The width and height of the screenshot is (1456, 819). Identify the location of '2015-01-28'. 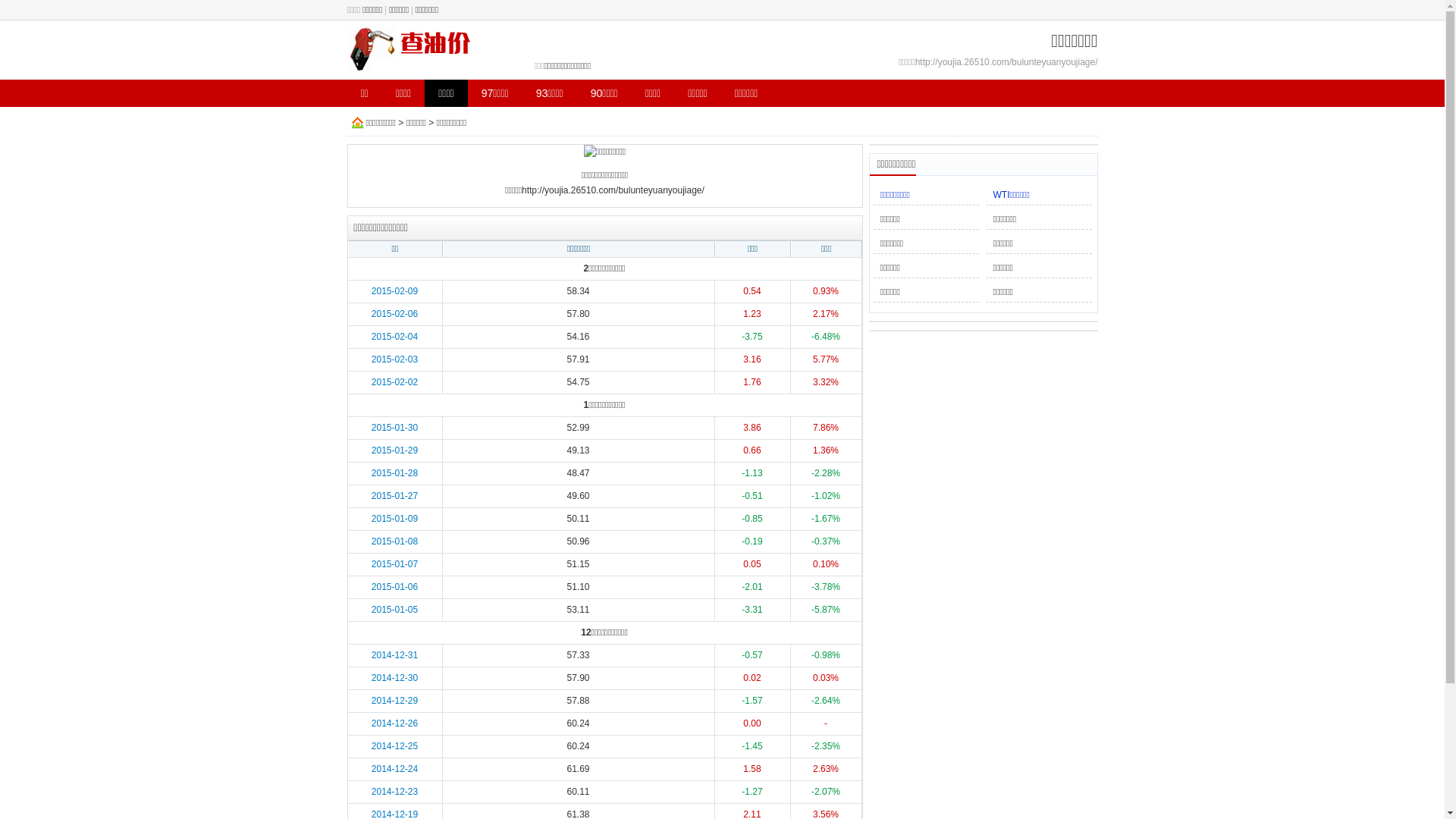
(394, 472).